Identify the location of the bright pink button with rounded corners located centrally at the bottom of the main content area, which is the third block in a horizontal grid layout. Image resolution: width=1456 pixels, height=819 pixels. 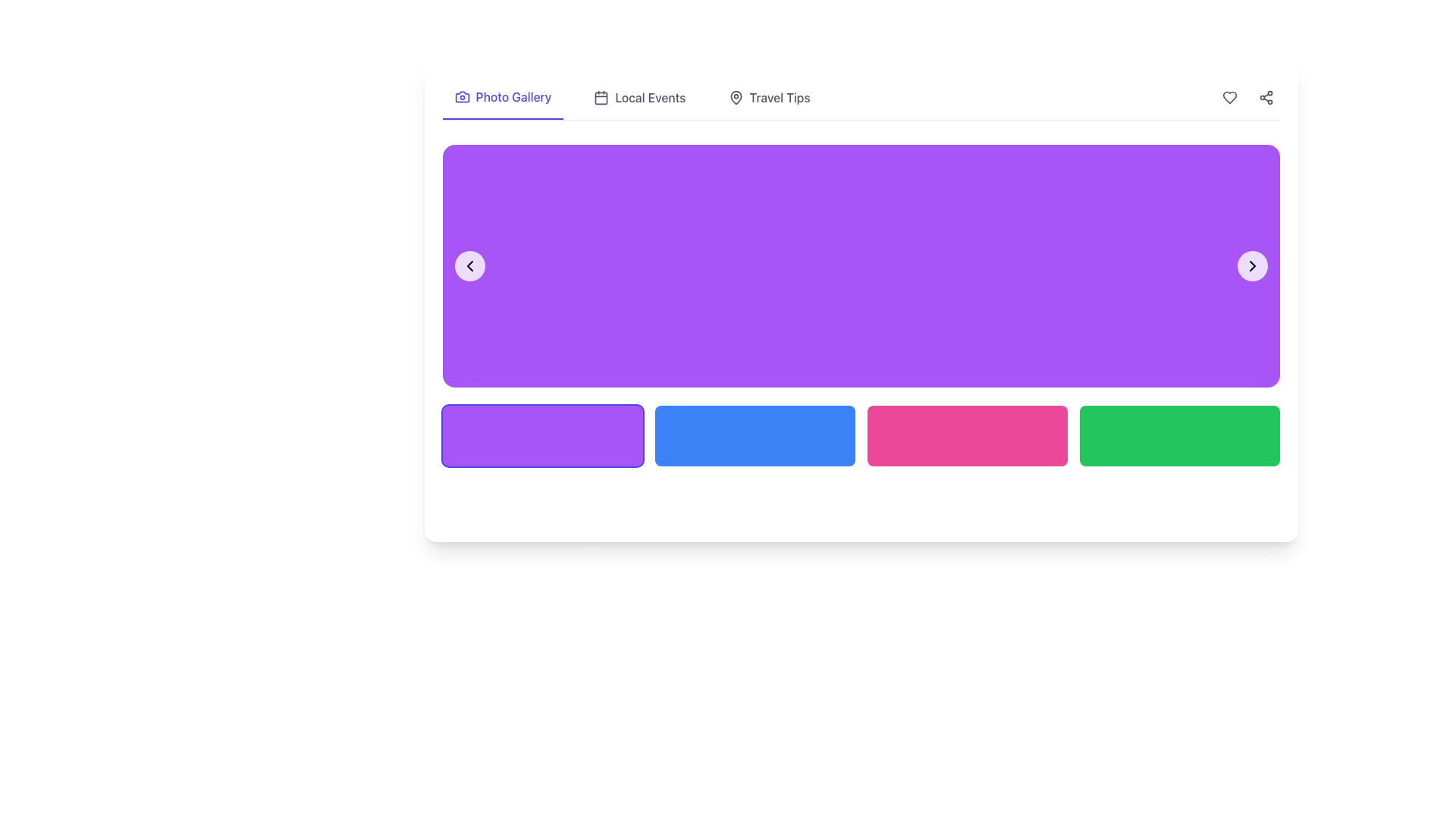
(966, 435).